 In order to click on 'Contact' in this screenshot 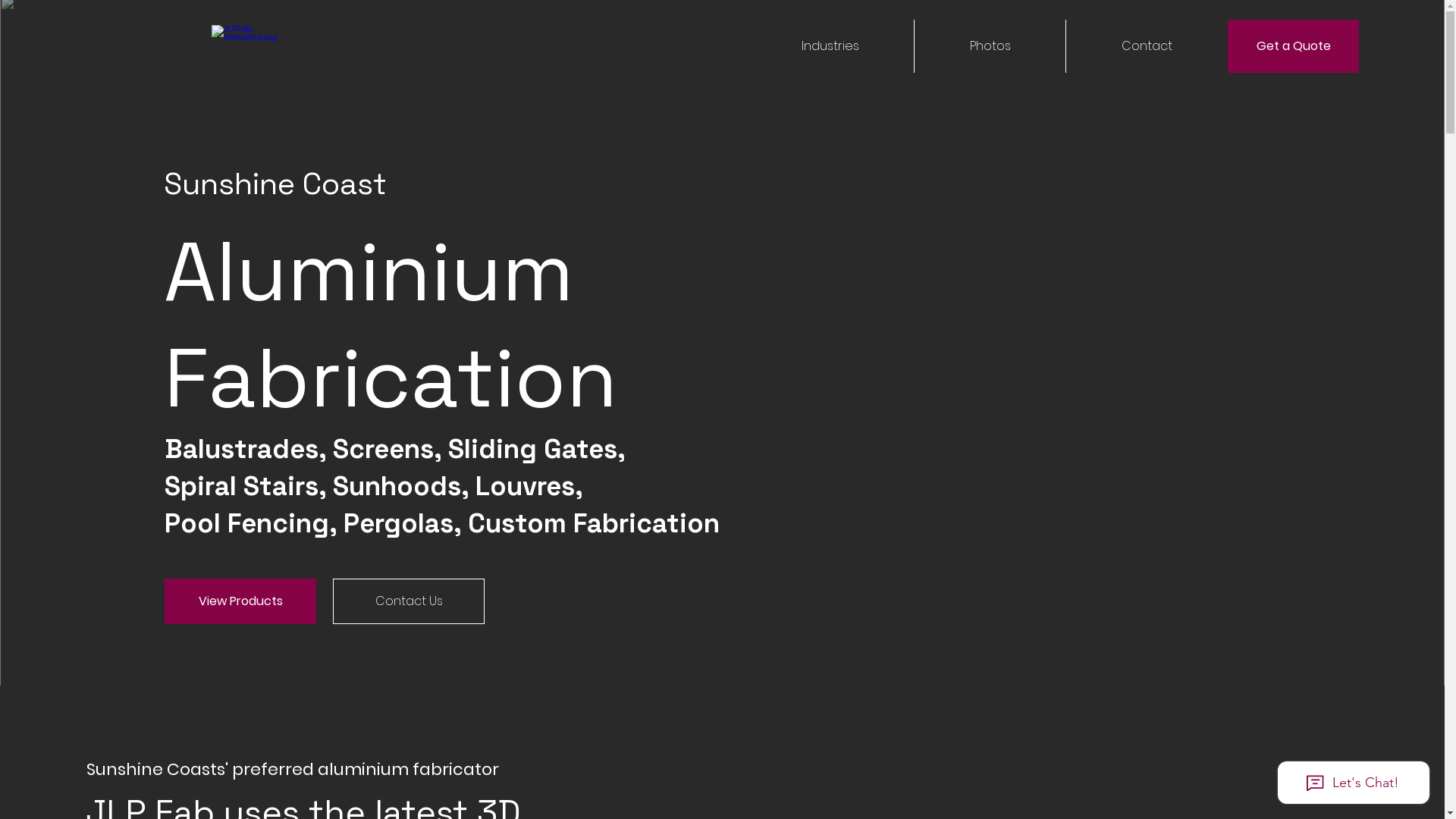, I will do `click(1065, 45)`.